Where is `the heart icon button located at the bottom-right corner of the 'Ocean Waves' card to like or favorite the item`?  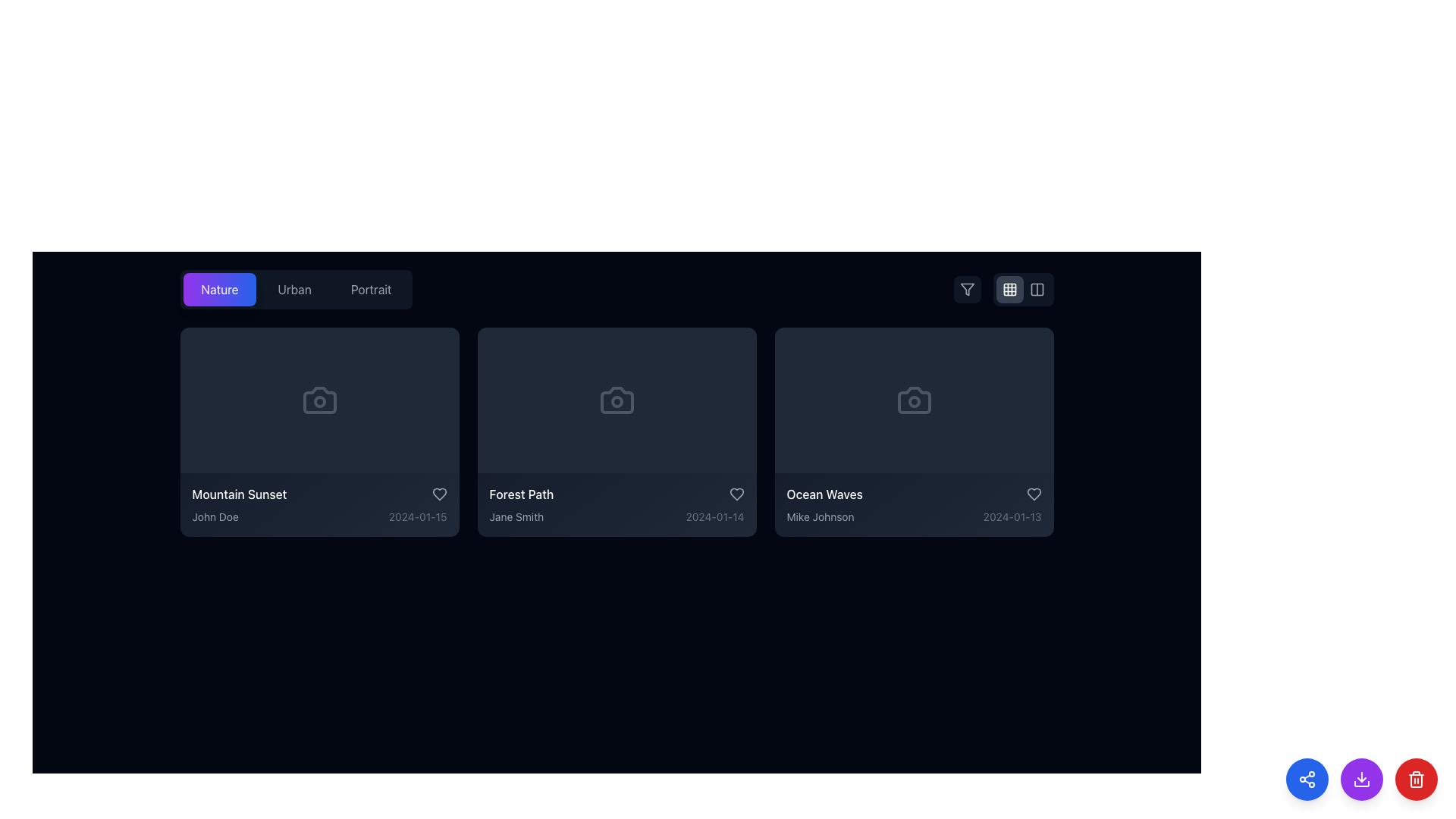 the heart icon button located at the bottom-right corner of the 'Ocean Waves' card to like or favorite the item is located at coordinates (1033, 494).